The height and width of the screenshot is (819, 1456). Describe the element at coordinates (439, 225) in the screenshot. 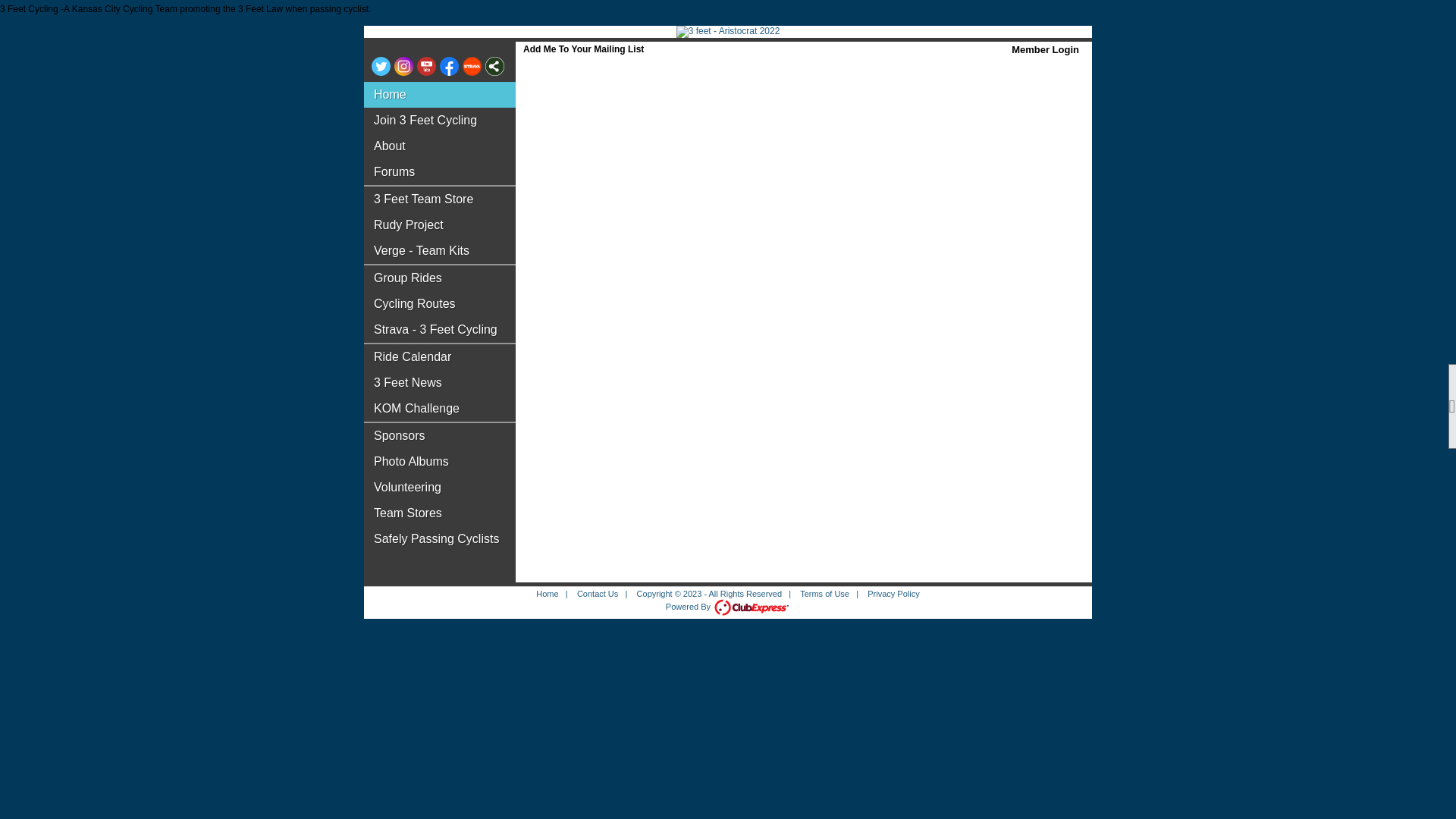

I see `'Rudy Project'` at that location.